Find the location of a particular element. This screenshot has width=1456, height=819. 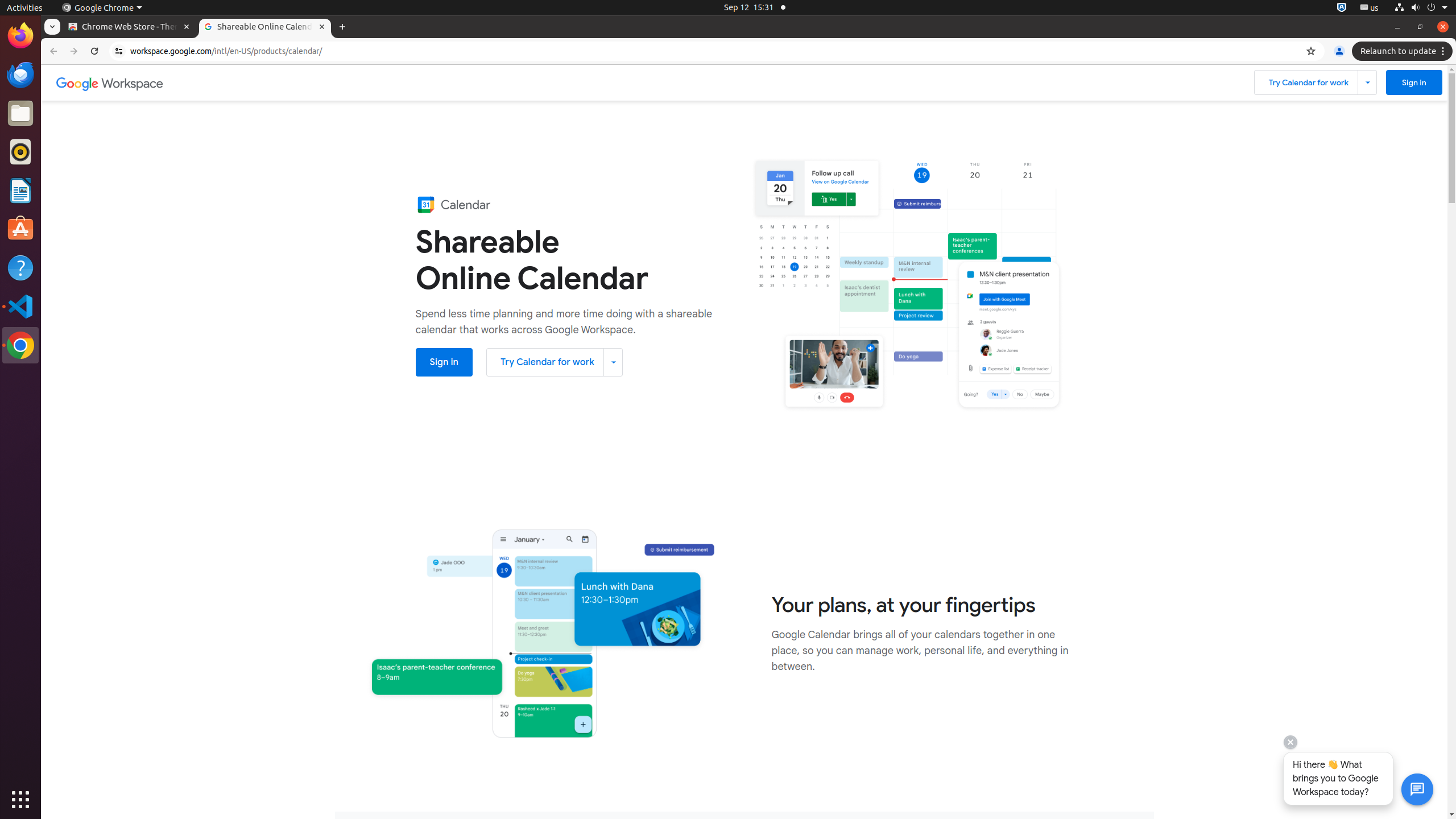

':1.21/StatusNotifierItem' is located at coordinates (1368, 7).